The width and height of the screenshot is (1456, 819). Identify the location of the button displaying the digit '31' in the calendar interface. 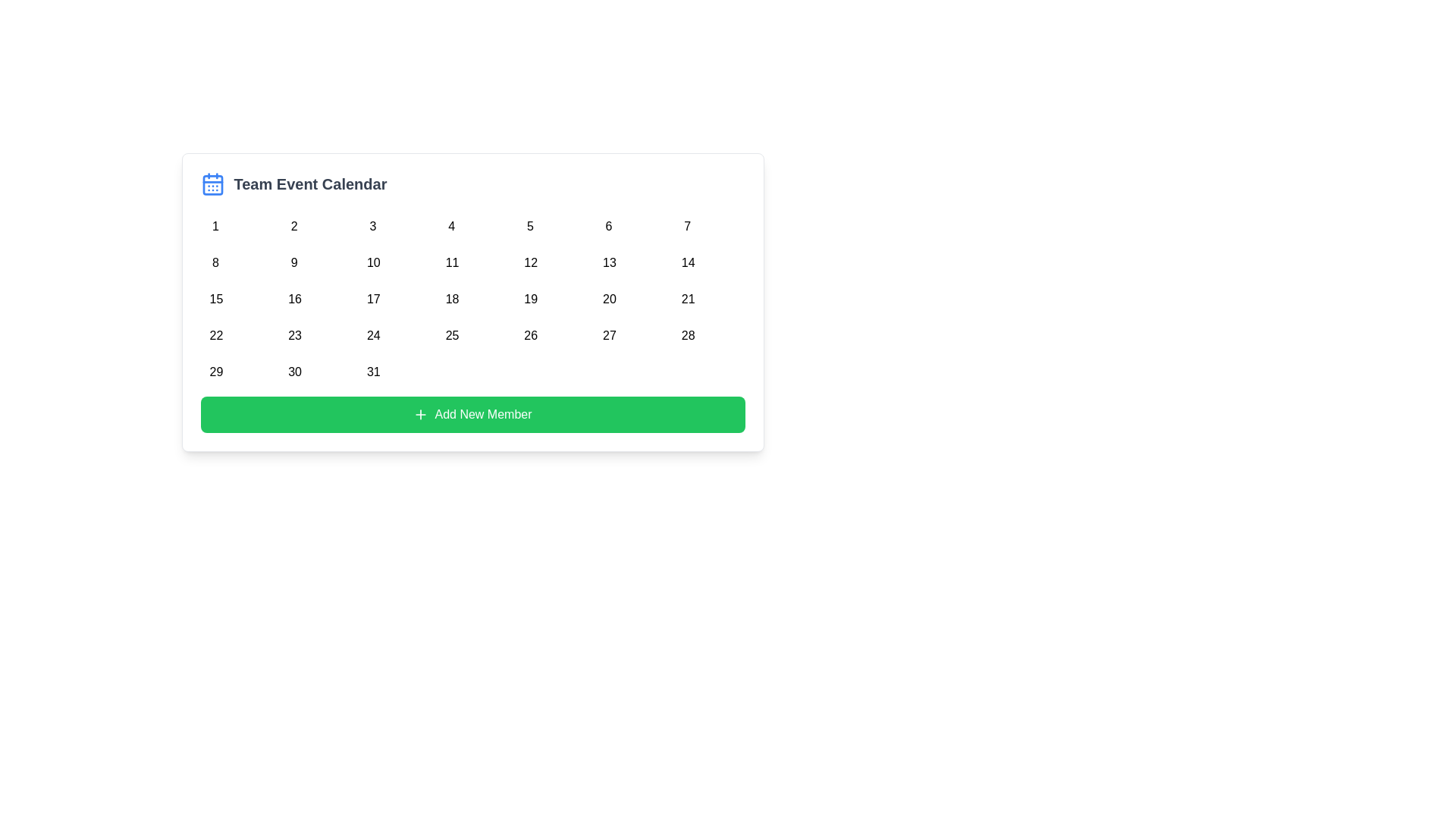
(372, 369).